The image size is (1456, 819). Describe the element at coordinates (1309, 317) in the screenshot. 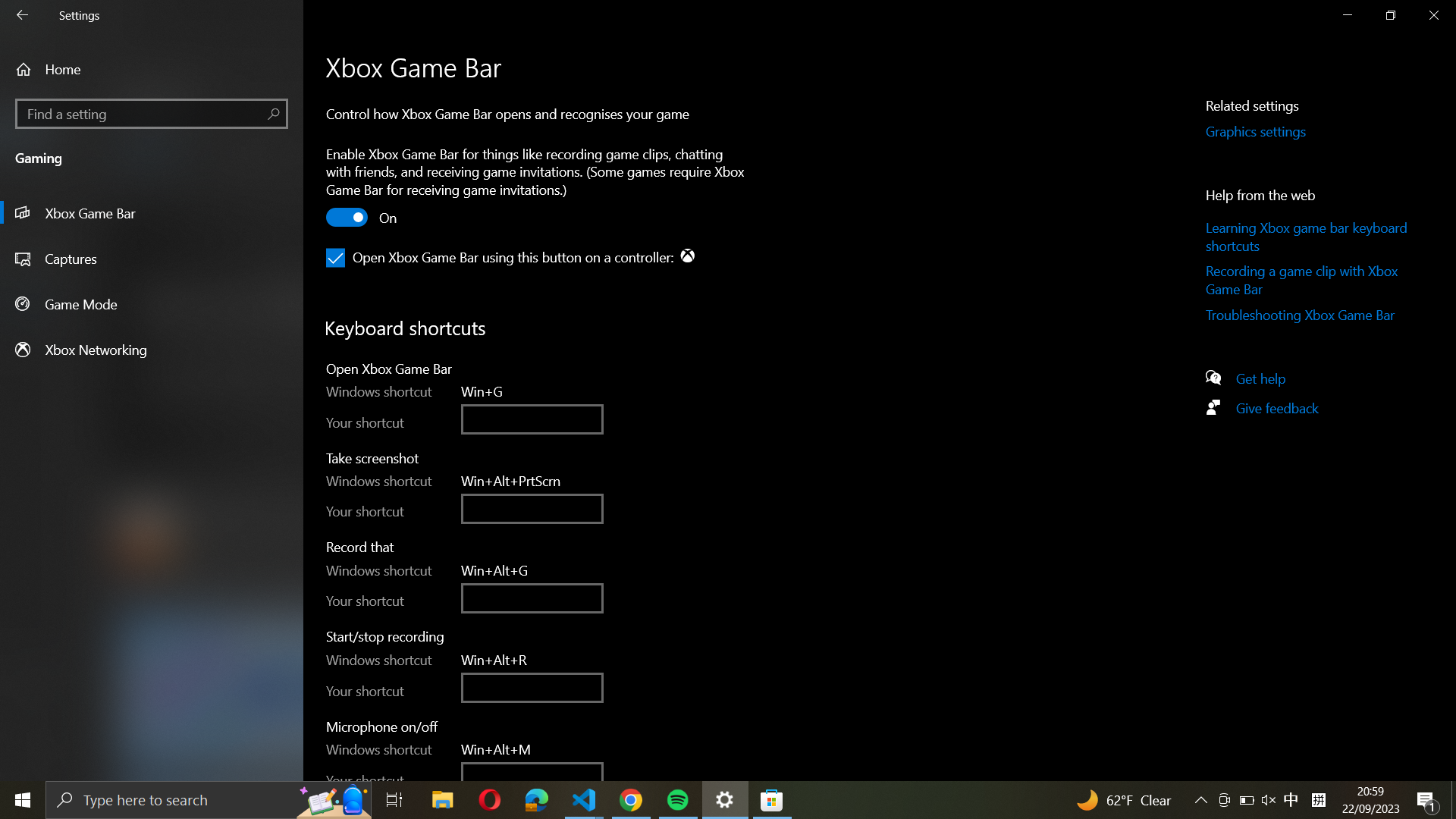

I see `the Xbox Game Bar Troubleshooting page` at that location.